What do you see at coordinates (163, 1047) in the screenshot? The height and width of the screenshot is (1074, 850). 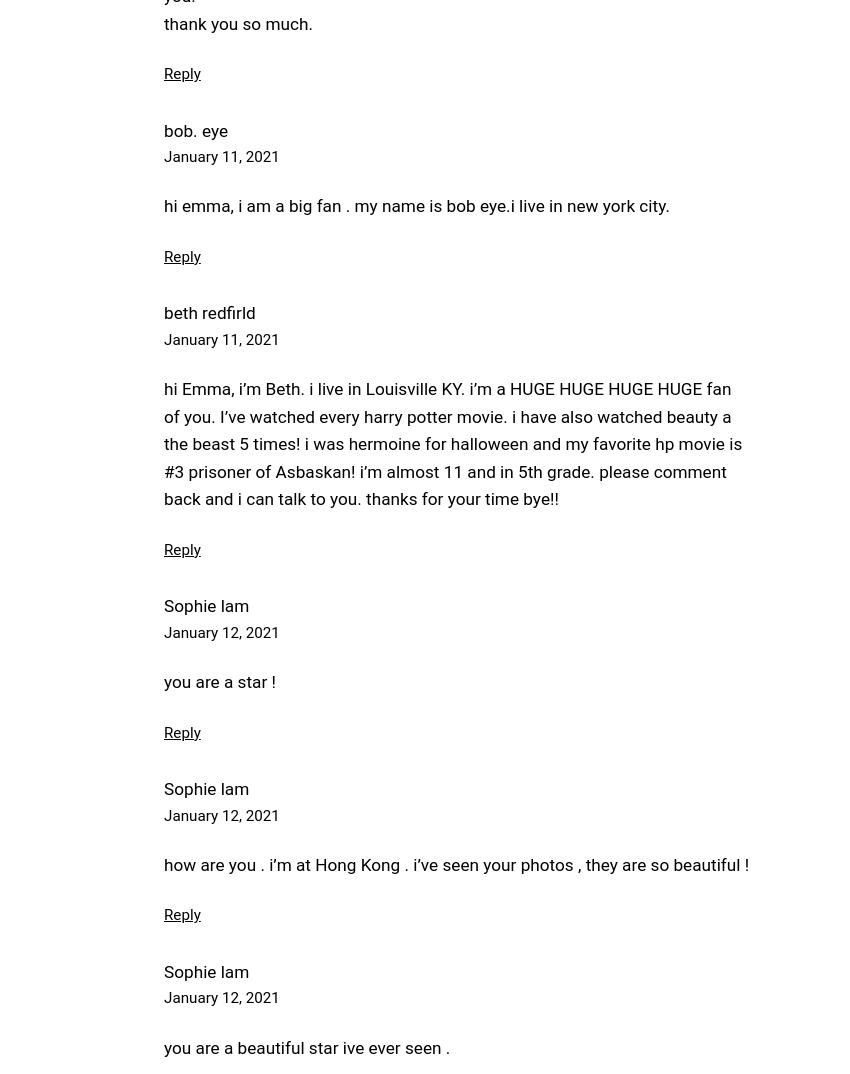 I see `'you are a beautiful star ive ever seen .'` at bounding box center [163, 1047].